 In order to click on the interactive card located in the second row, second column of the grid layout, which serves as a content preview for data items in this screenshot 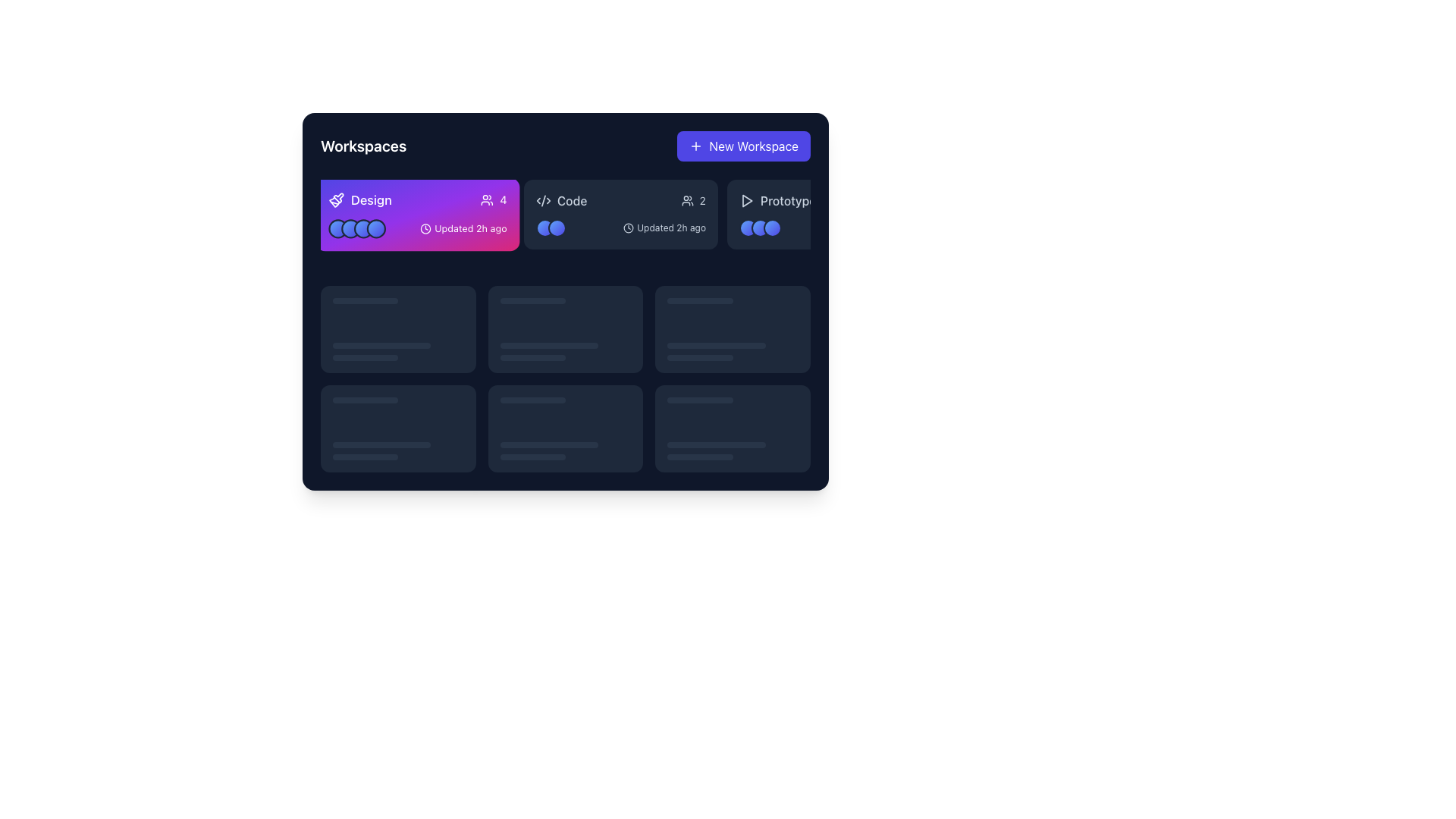, I will do `click(564, 428)`.